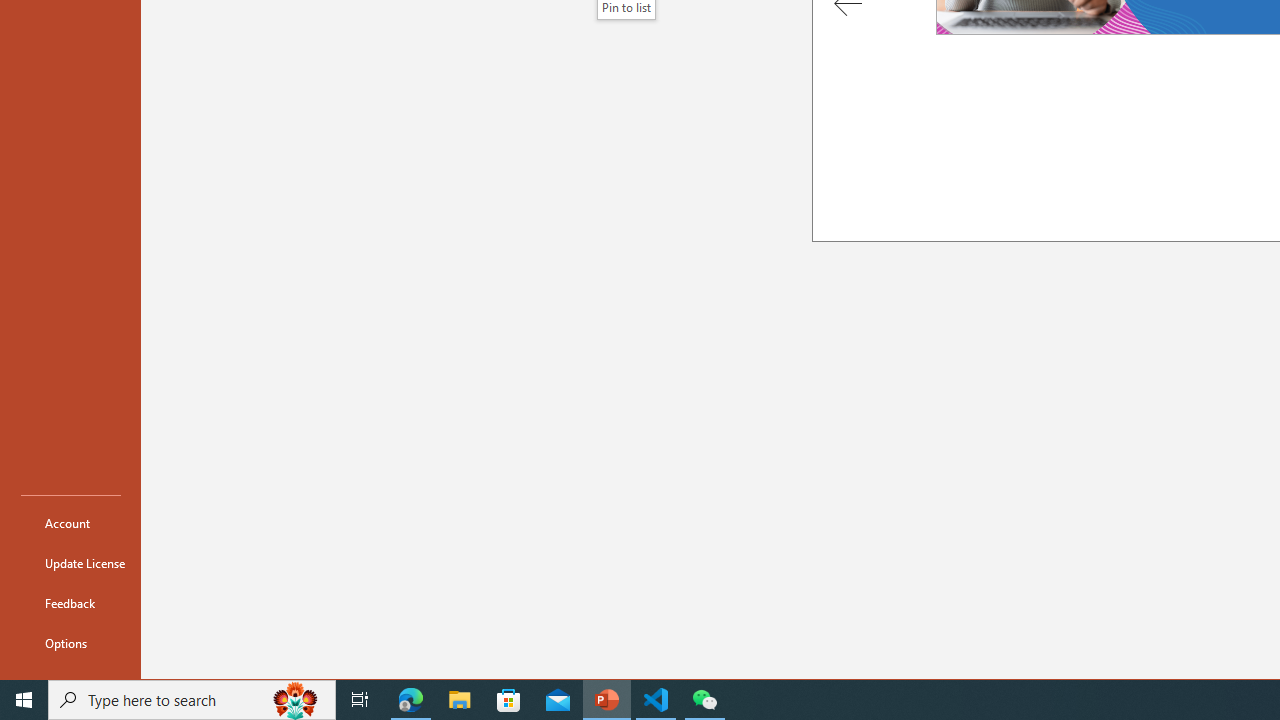 The image size is (1280, 720). I want to click on 'Microsoft Edge - 1 running window', so click(410, 698).